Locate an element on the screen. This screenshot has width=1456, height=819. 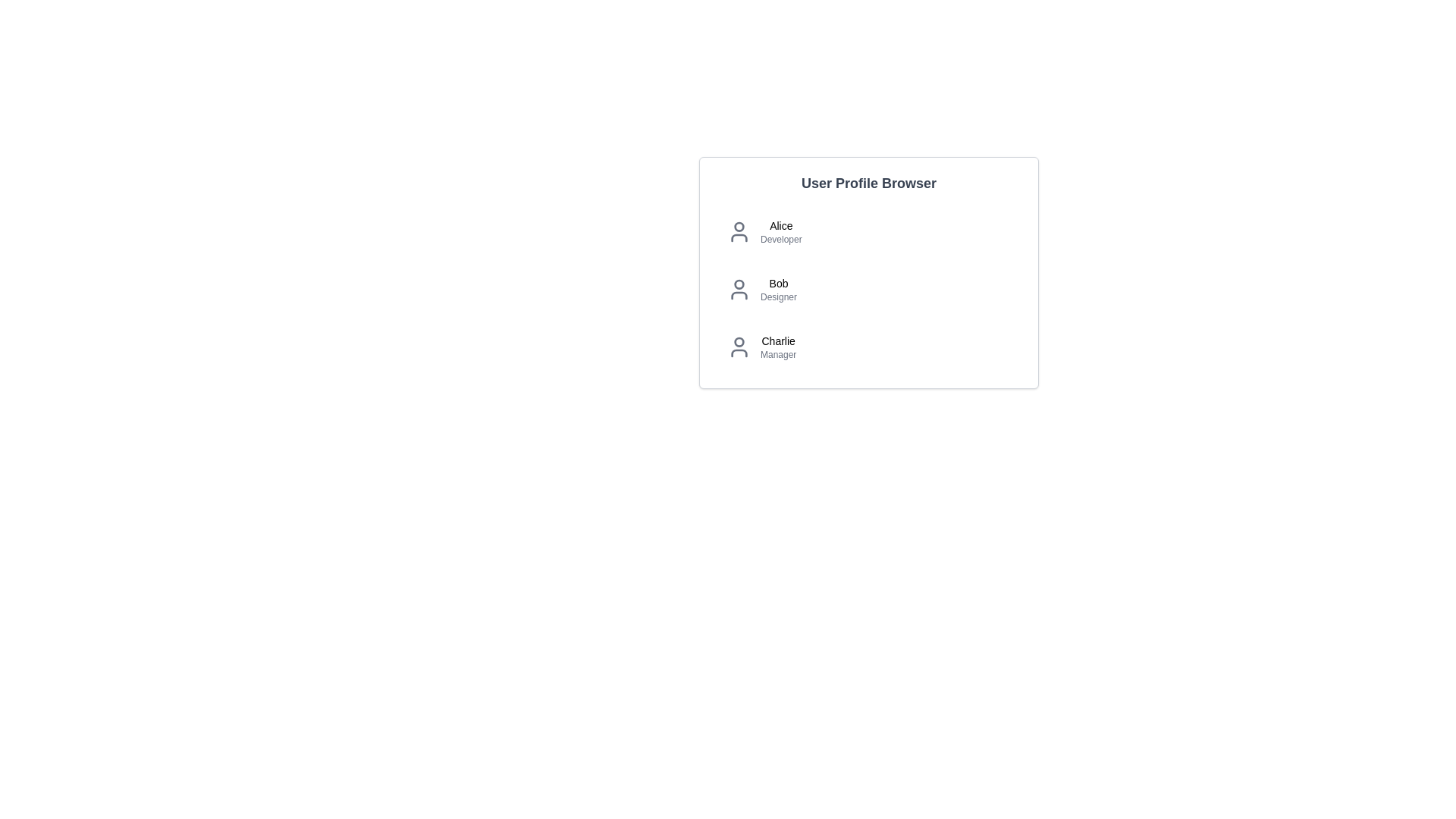
the Circle element within the SVG graphic that represents a part of the profile icon for 'Alice, Developer' is located at coordinates (739, 227).